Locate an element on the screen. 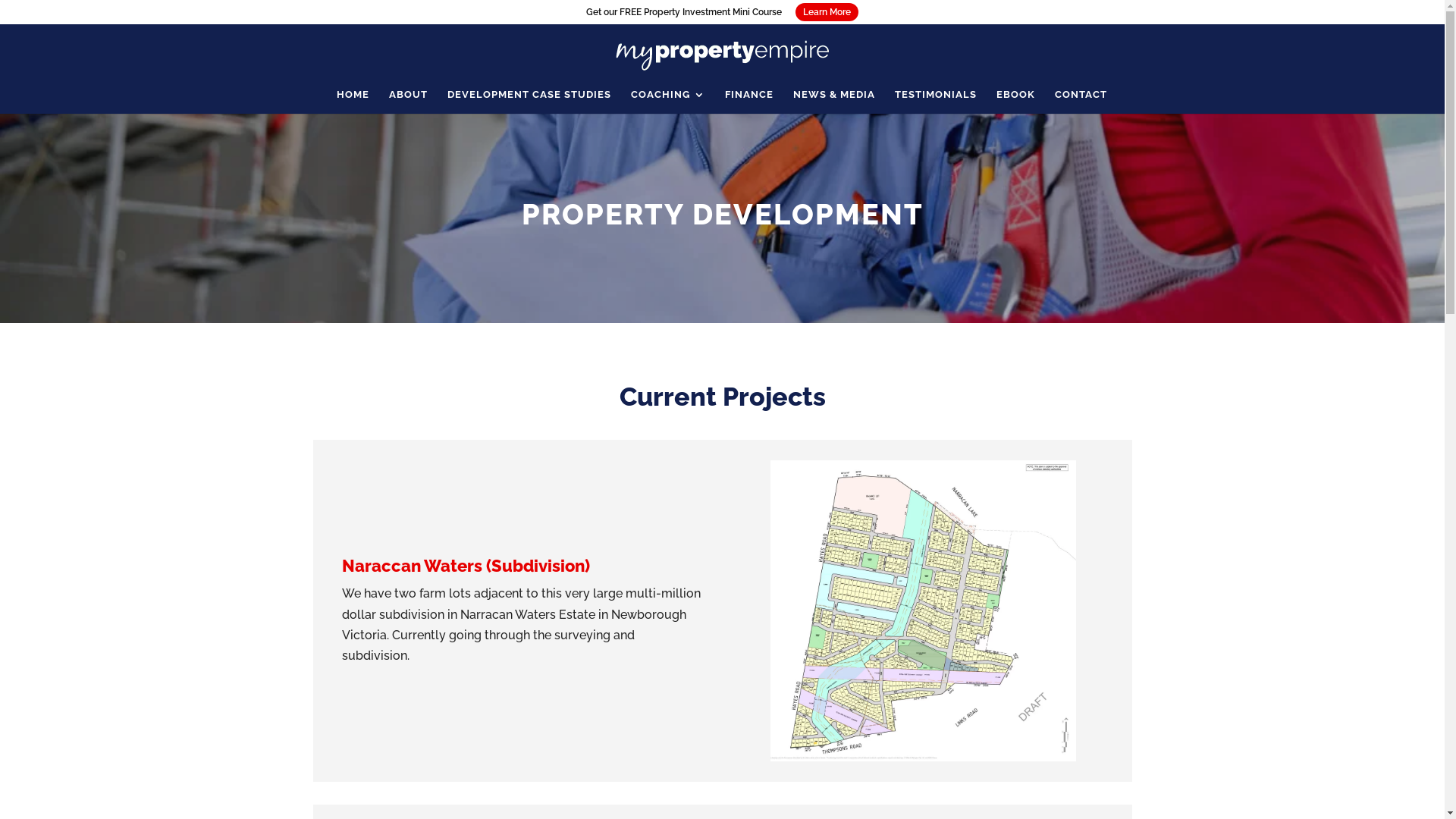  'CONTACT' is located at coordinates (1079, 102).